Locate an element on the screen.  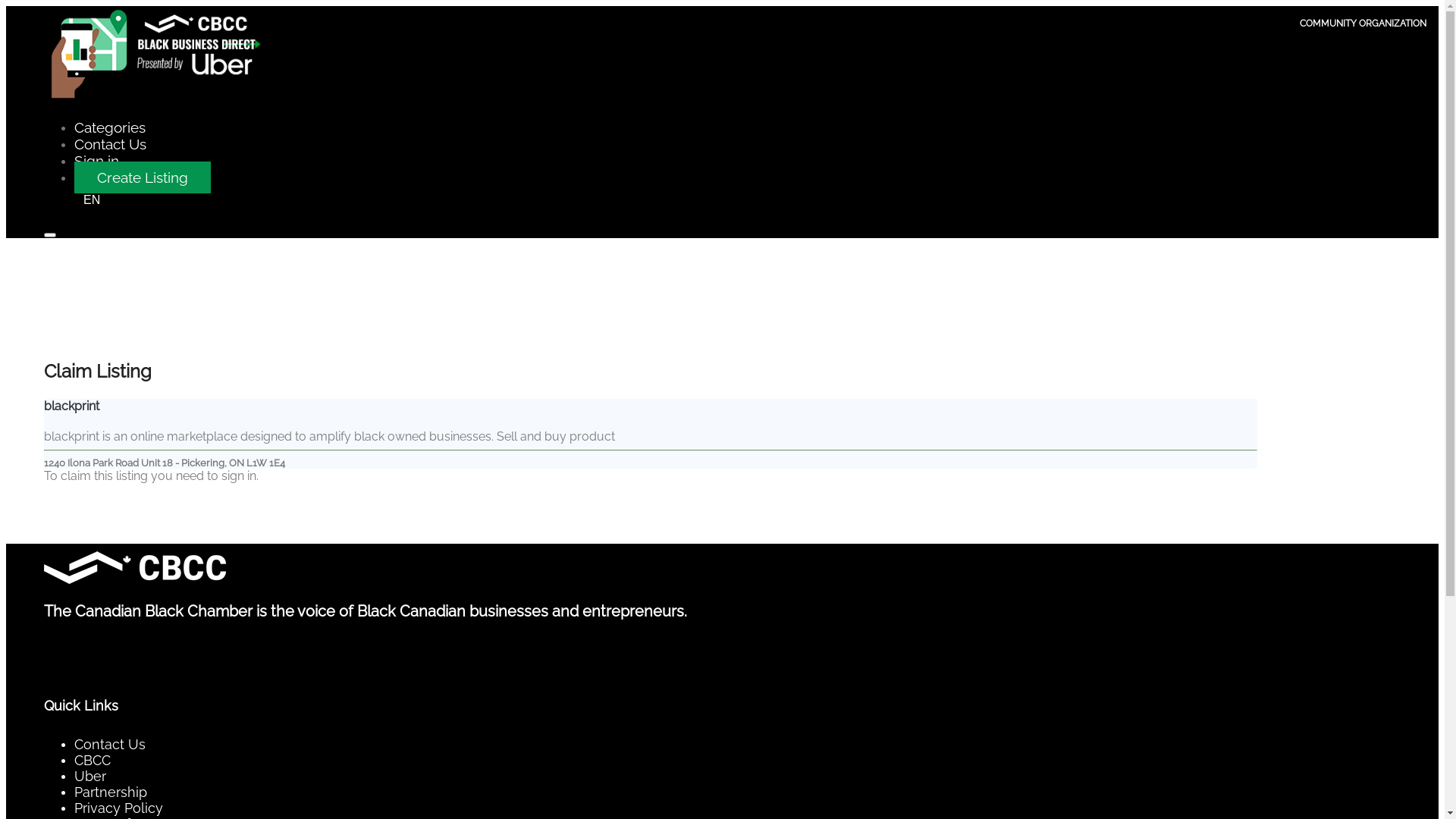
'blackprint' is located at coordinates (71, 405).